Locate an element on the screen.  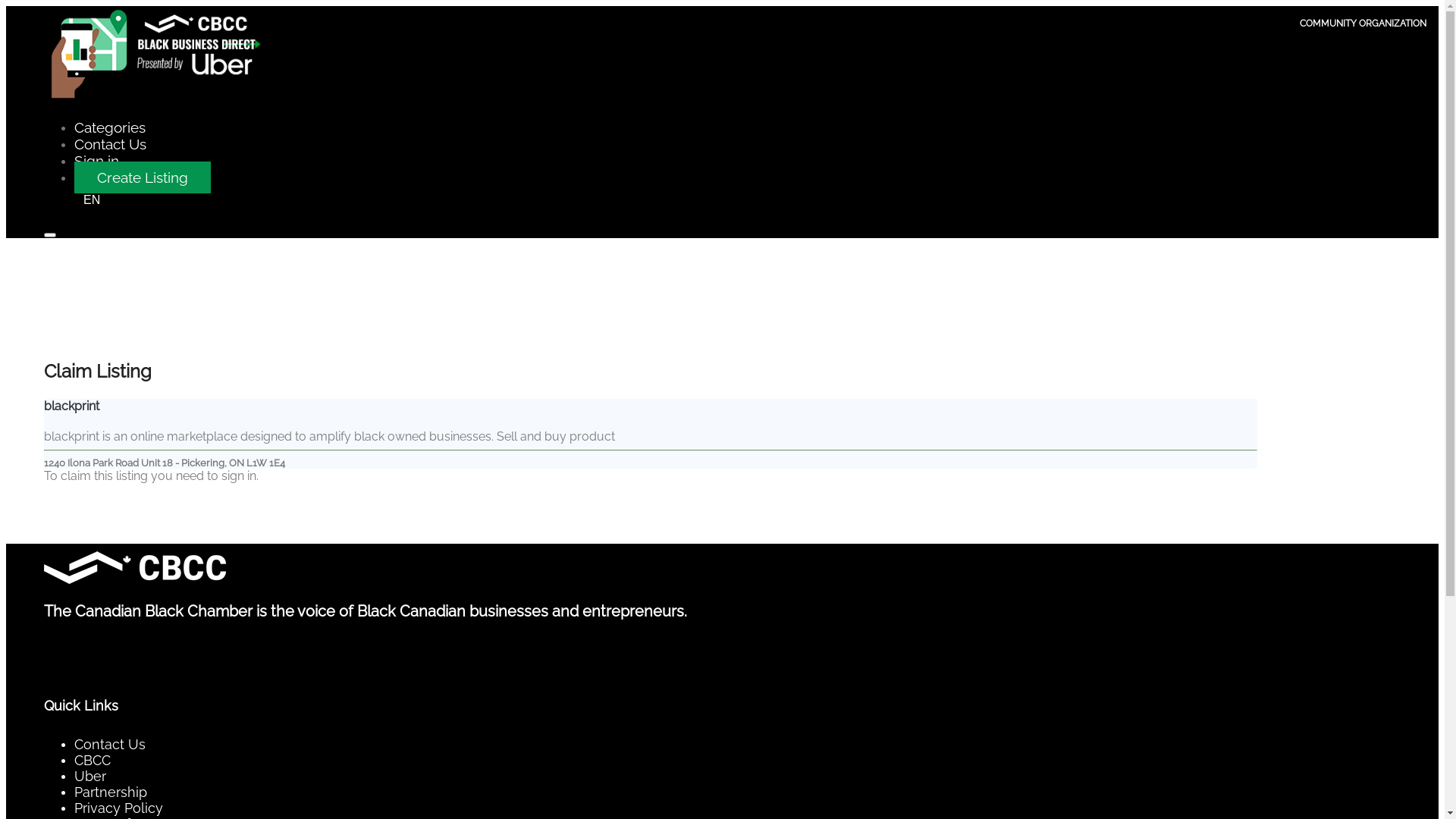
'blackprint' is located at coordinates (71, 405).